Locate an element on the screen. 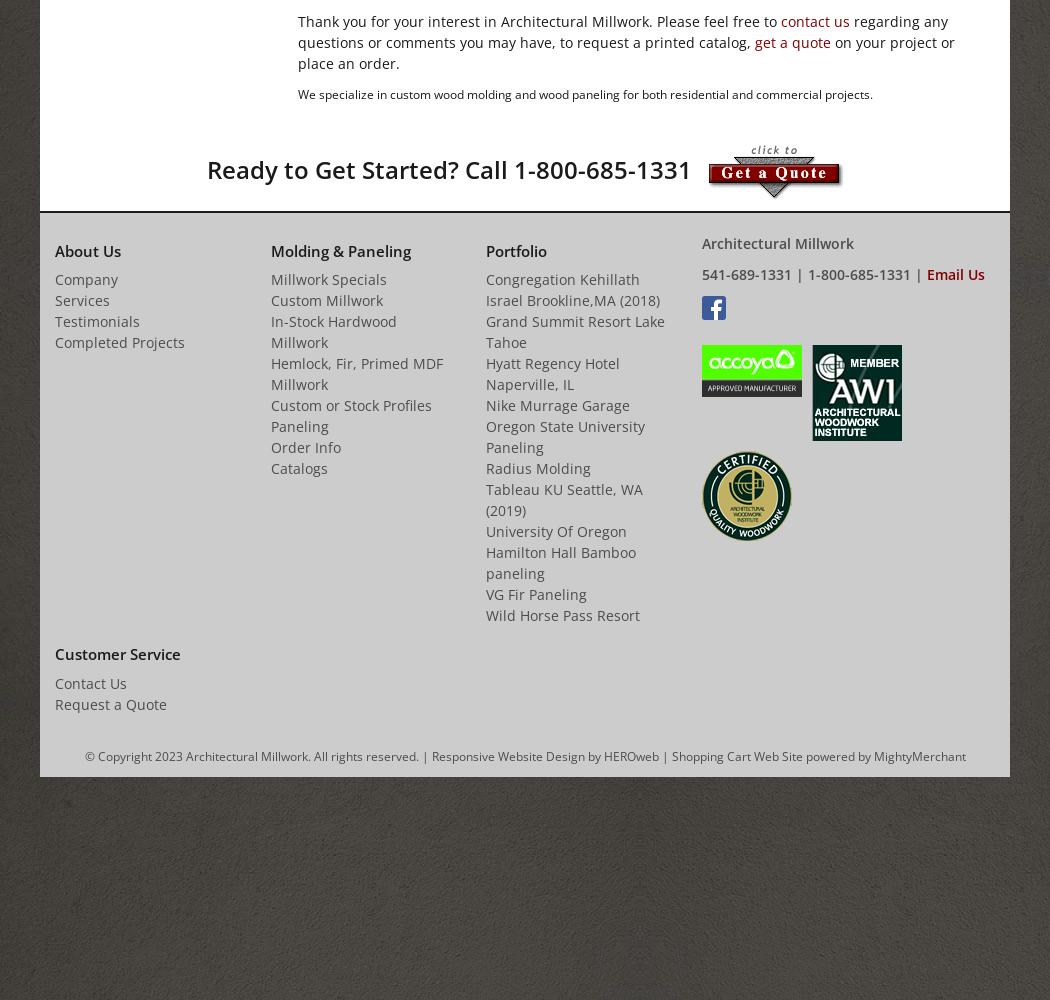 This screenshot has width=1050, height=1000. 'get a quote' is located at coordinates (791, 41).